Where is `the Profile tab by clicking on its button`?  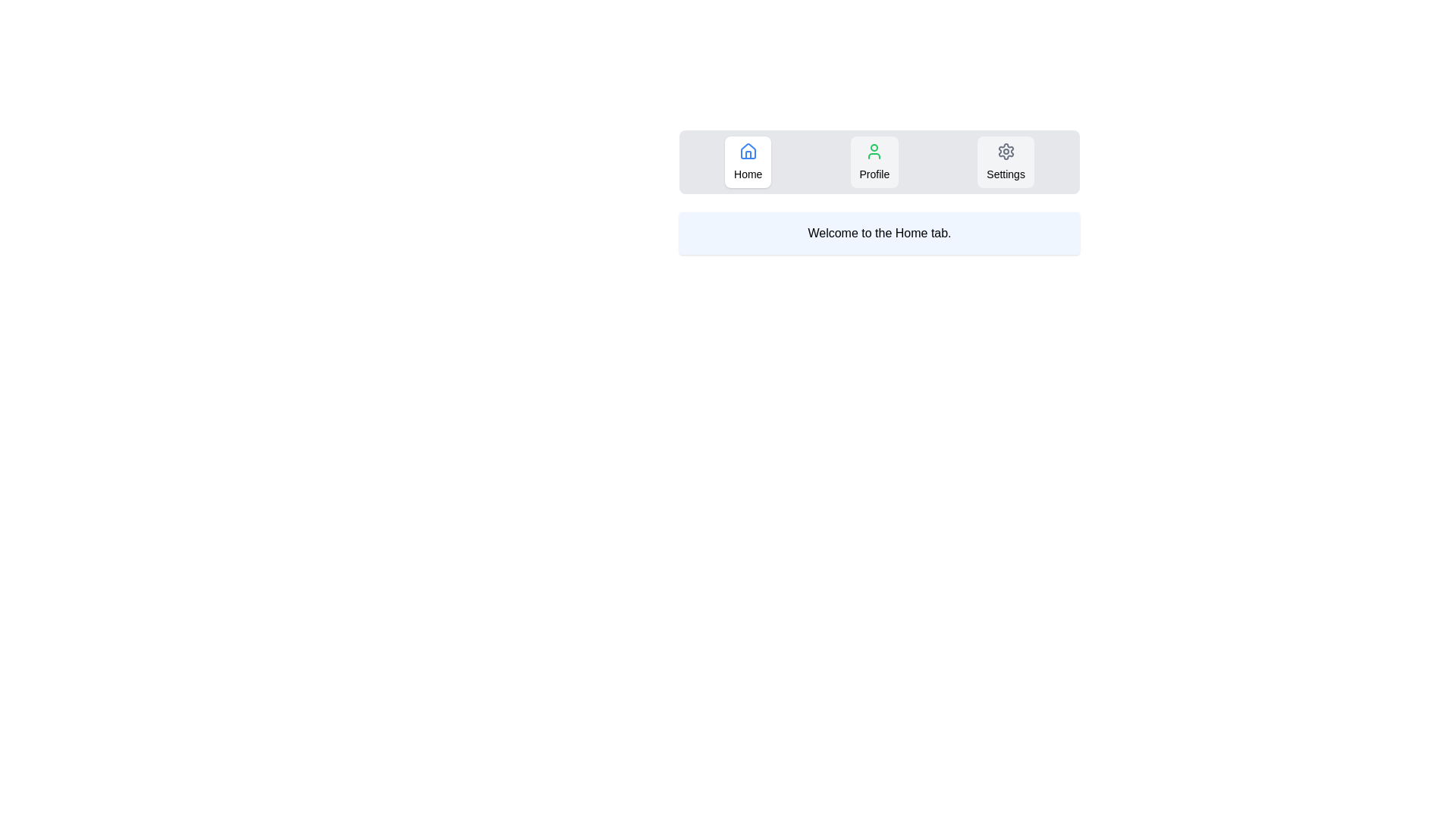 the Profile tab by clicking on its button is located at coordinates (874, 162).